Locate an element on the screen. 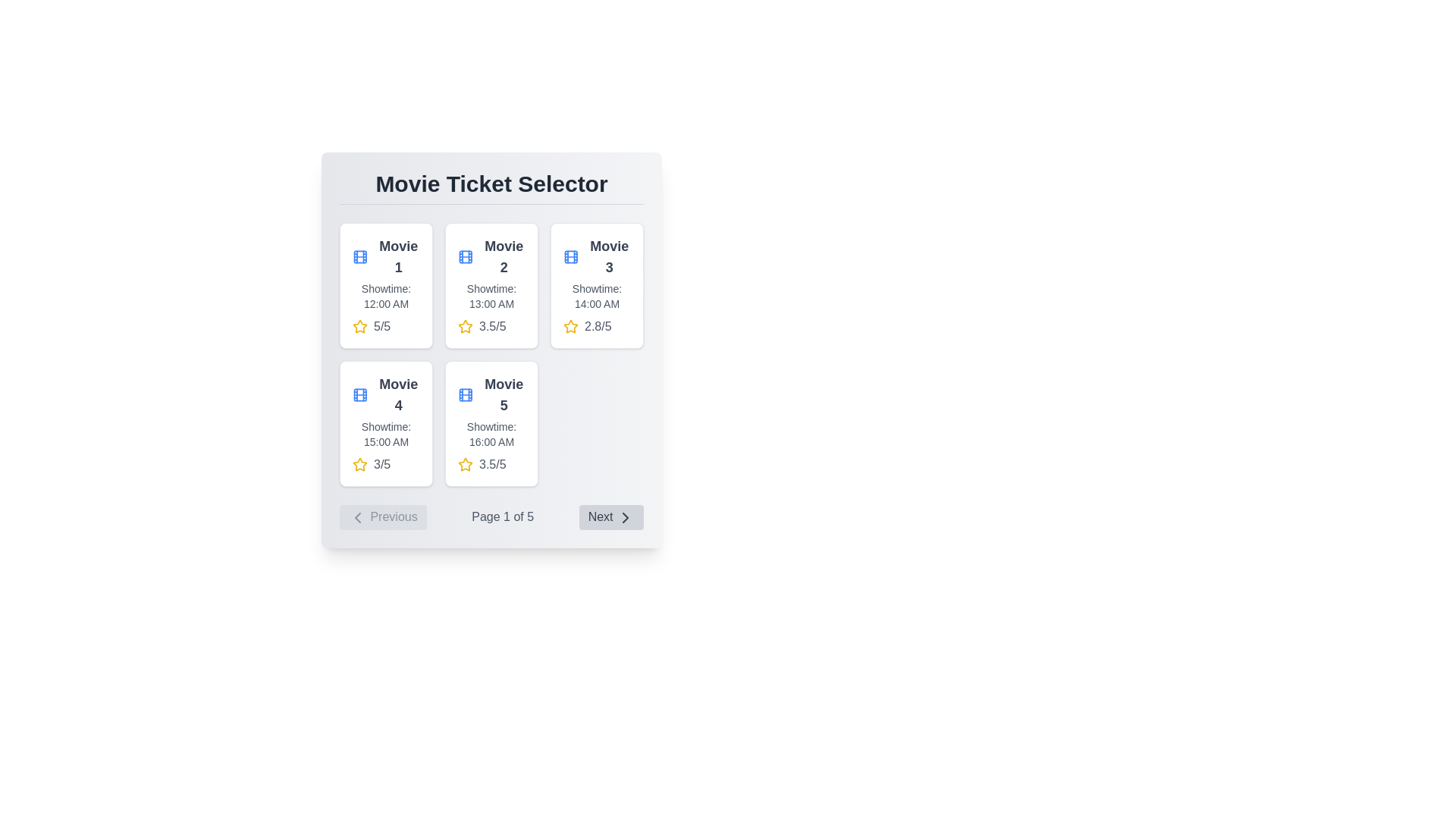  the text label displaying the title 'Movie 5', which is large and bold, gray in color, positioned above the showtime text and below a film reel icon is located at coordinates (504, 394).